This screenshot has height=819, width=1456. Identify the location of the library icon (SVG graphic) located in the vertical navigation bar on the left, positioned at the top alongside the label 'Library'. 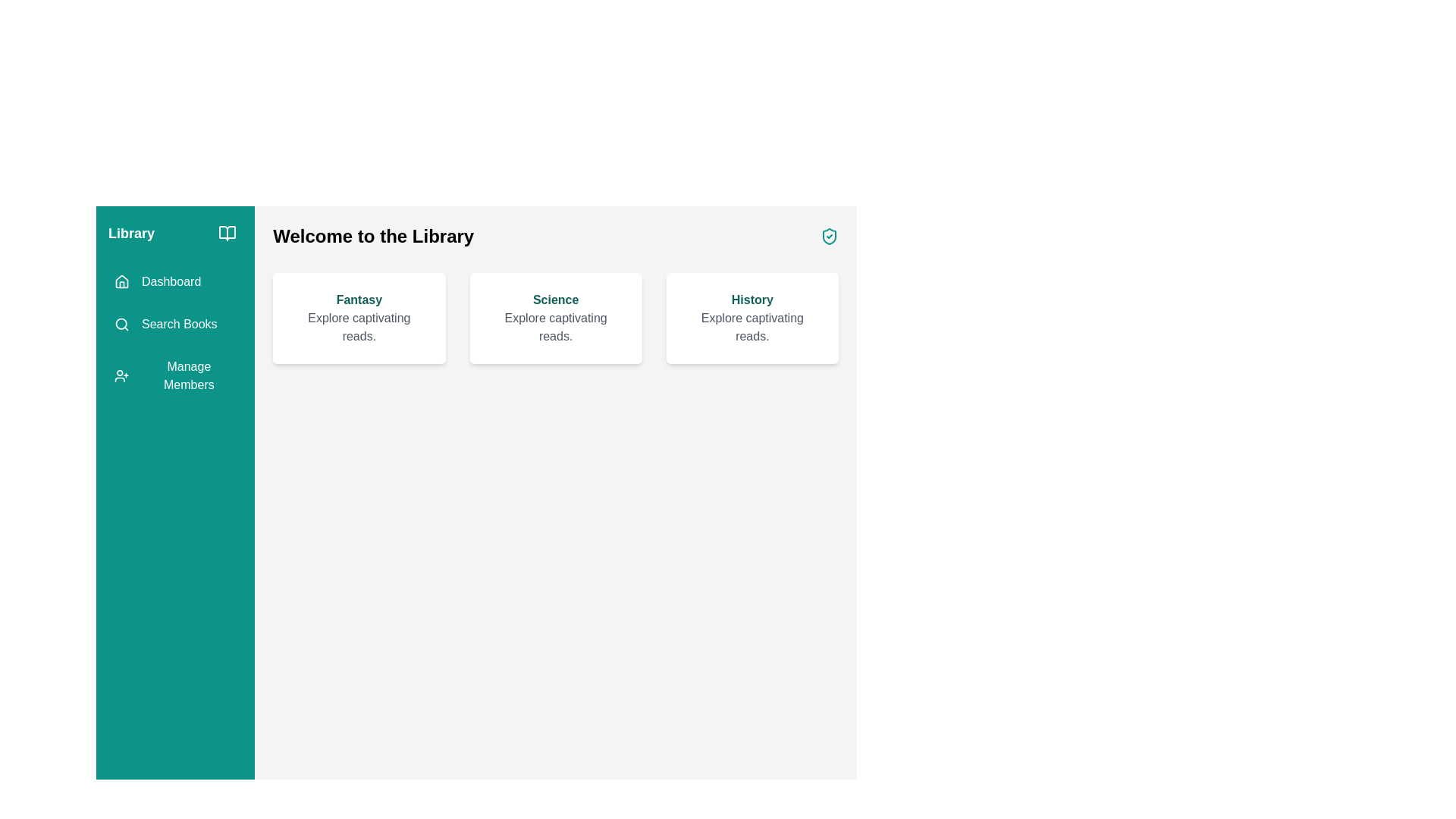
(227, 234).